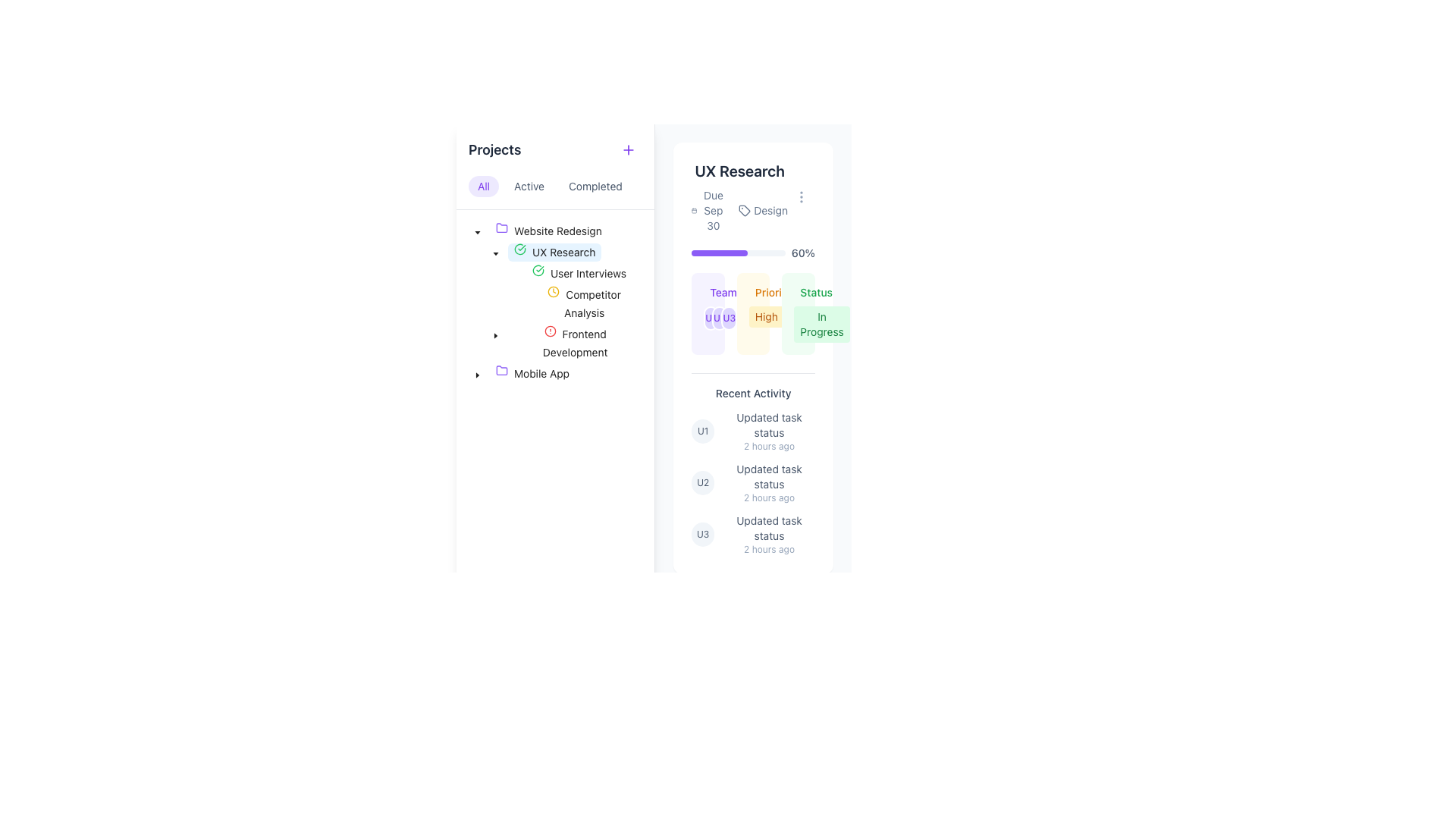 The image size is (1456, 819). What do you see at coordinates (495, 335) in the screenshot?
I see `the toggle icon adjacent to the 'UX Research' sub-item in the hierarchical list` at bounding box center [495, 335].